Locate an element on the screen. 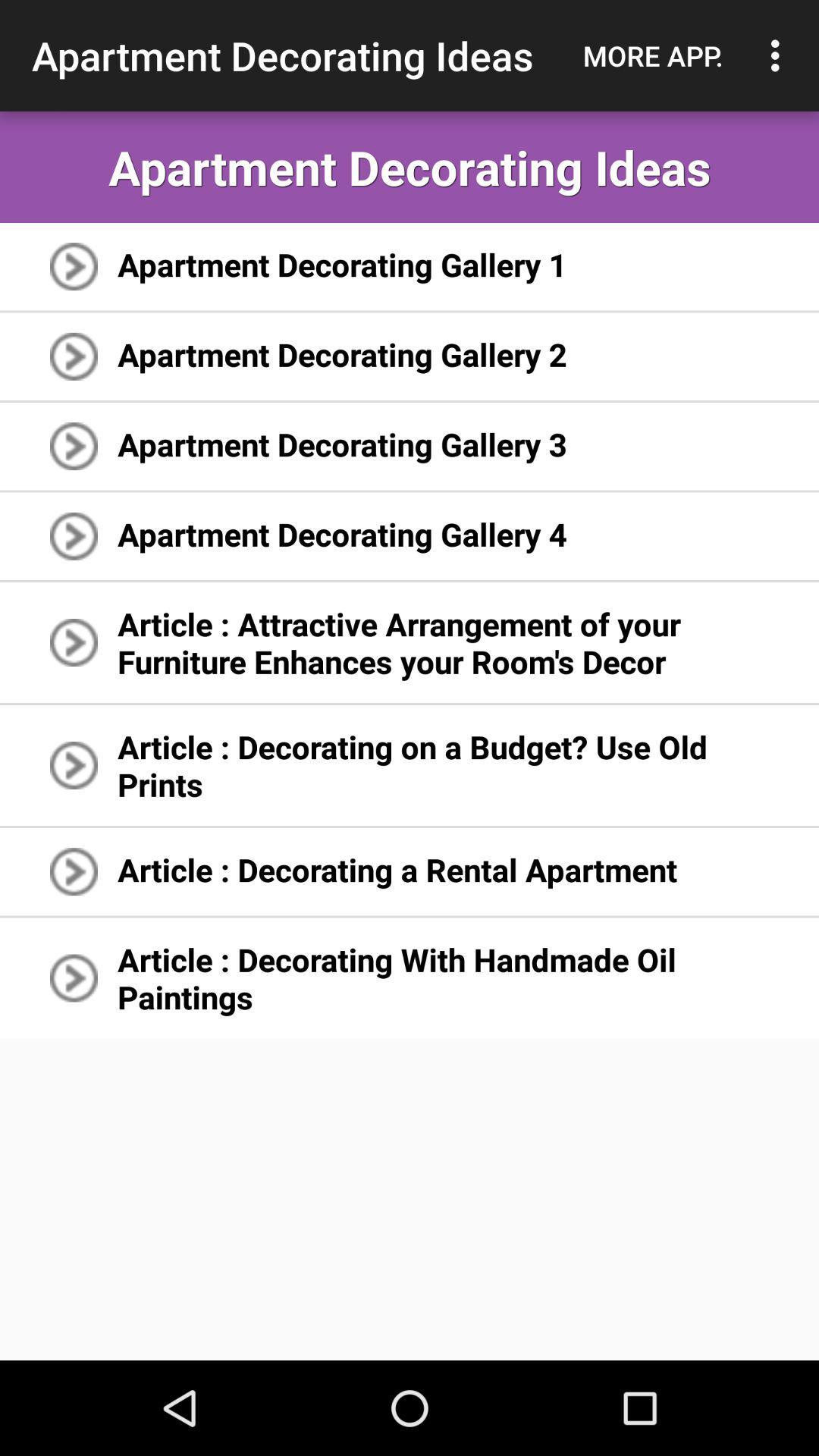 The image size is (819, 1456). right arrow icon in third option from bottom is located at coordinates (74, 765).